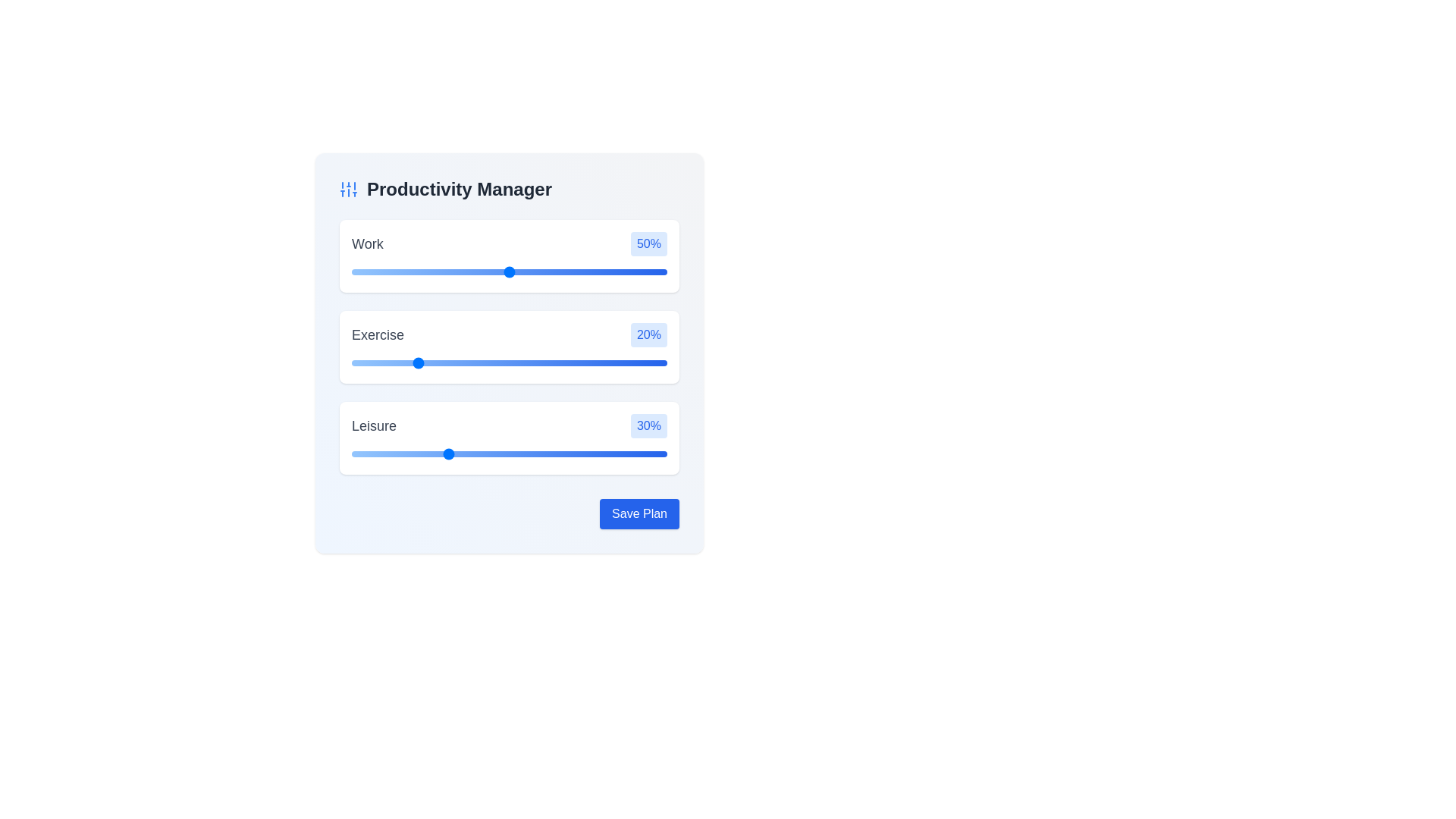 The height and width of the screenshot is (819, 1456). What do you see at coordinates (639, 513) in the screenshot?
I see `the 'Save Plan' button to finalize the changes` at bounding box center [639, 513].